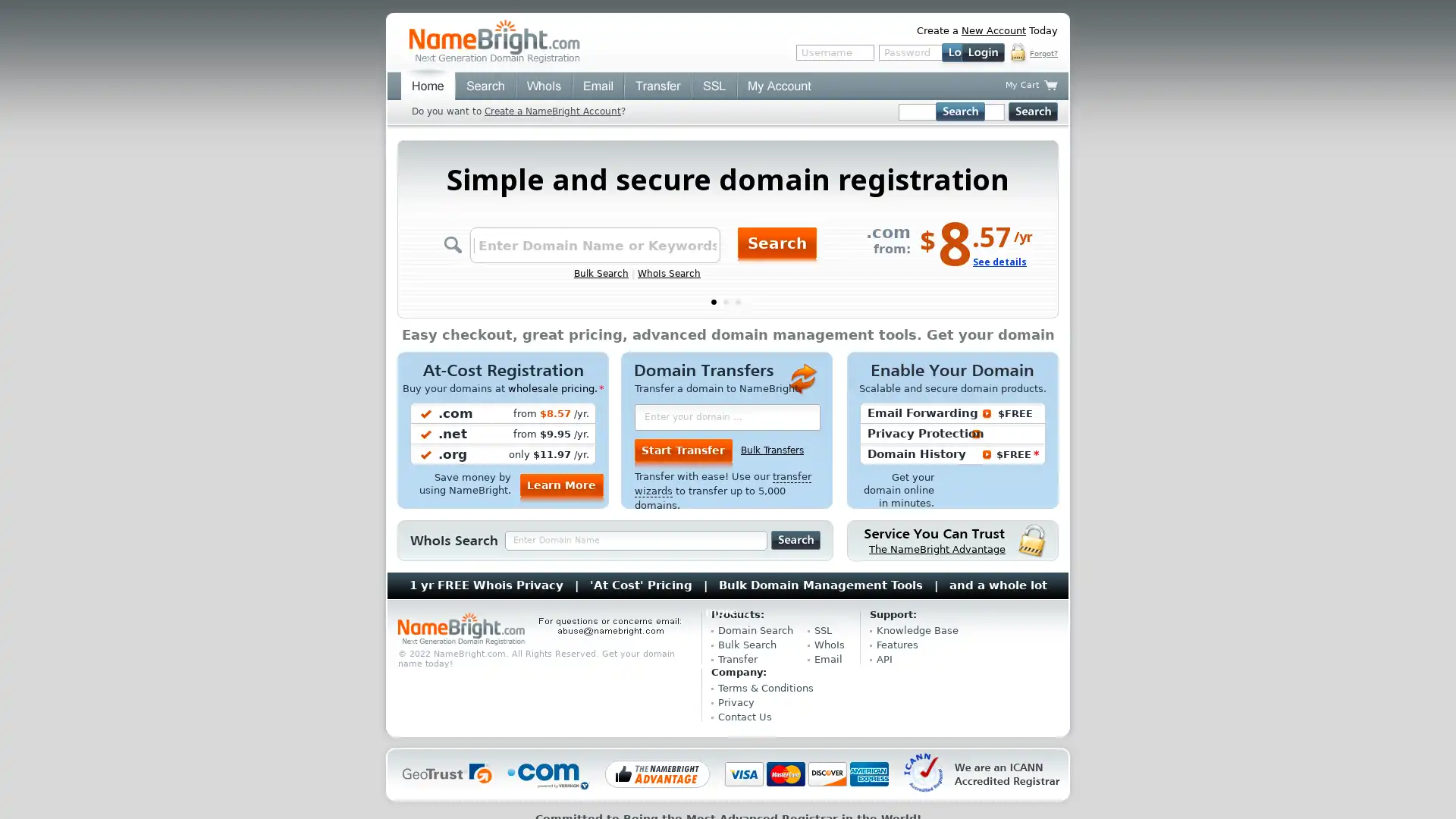 The height and width of the screenshot is (819, 1456). I want to click on Start Transfer, so click(682, 453).